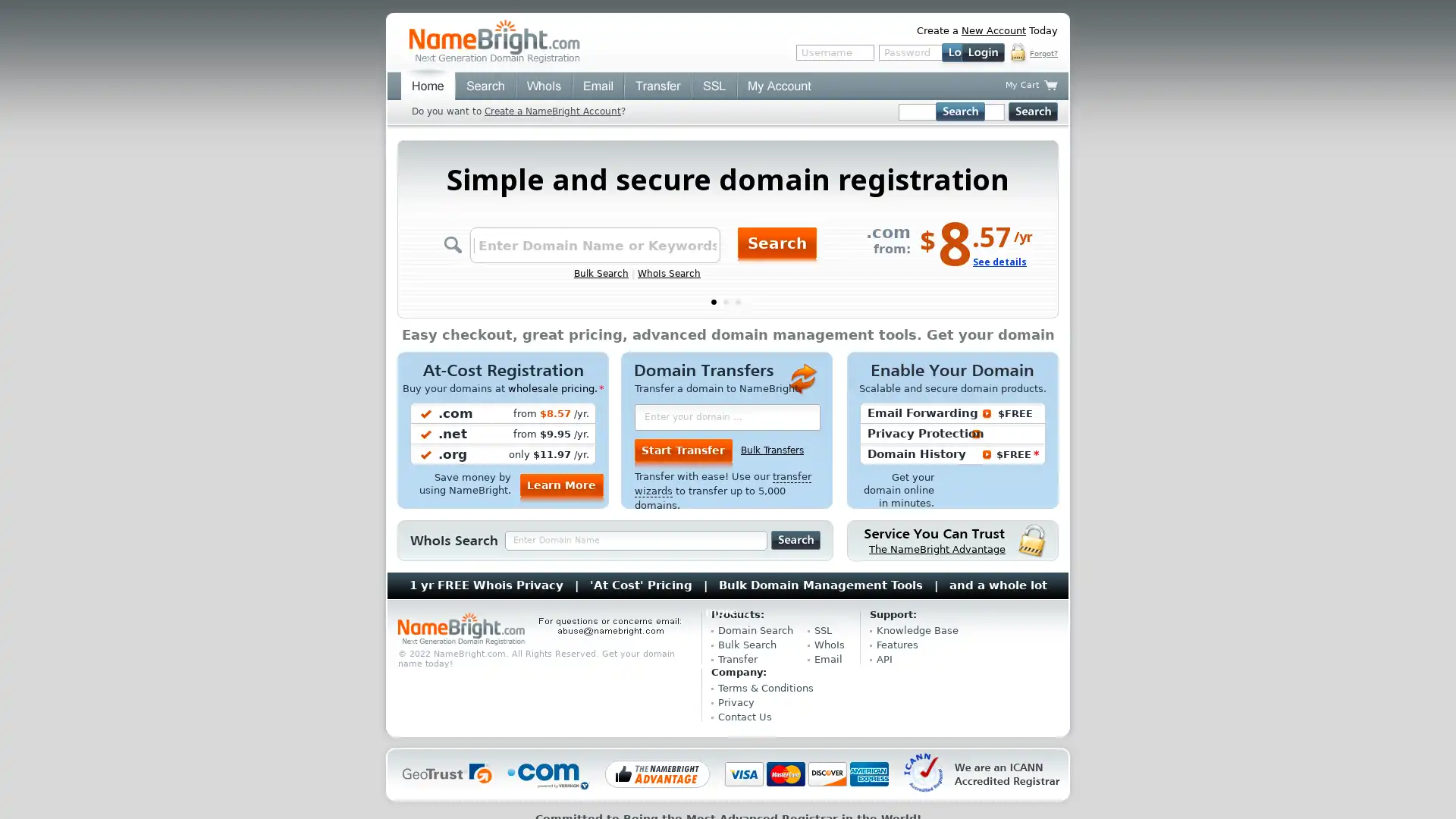 The height and width of the screenshot is (819, 1456). I want to click on Start Transfer, so click(682, 453).